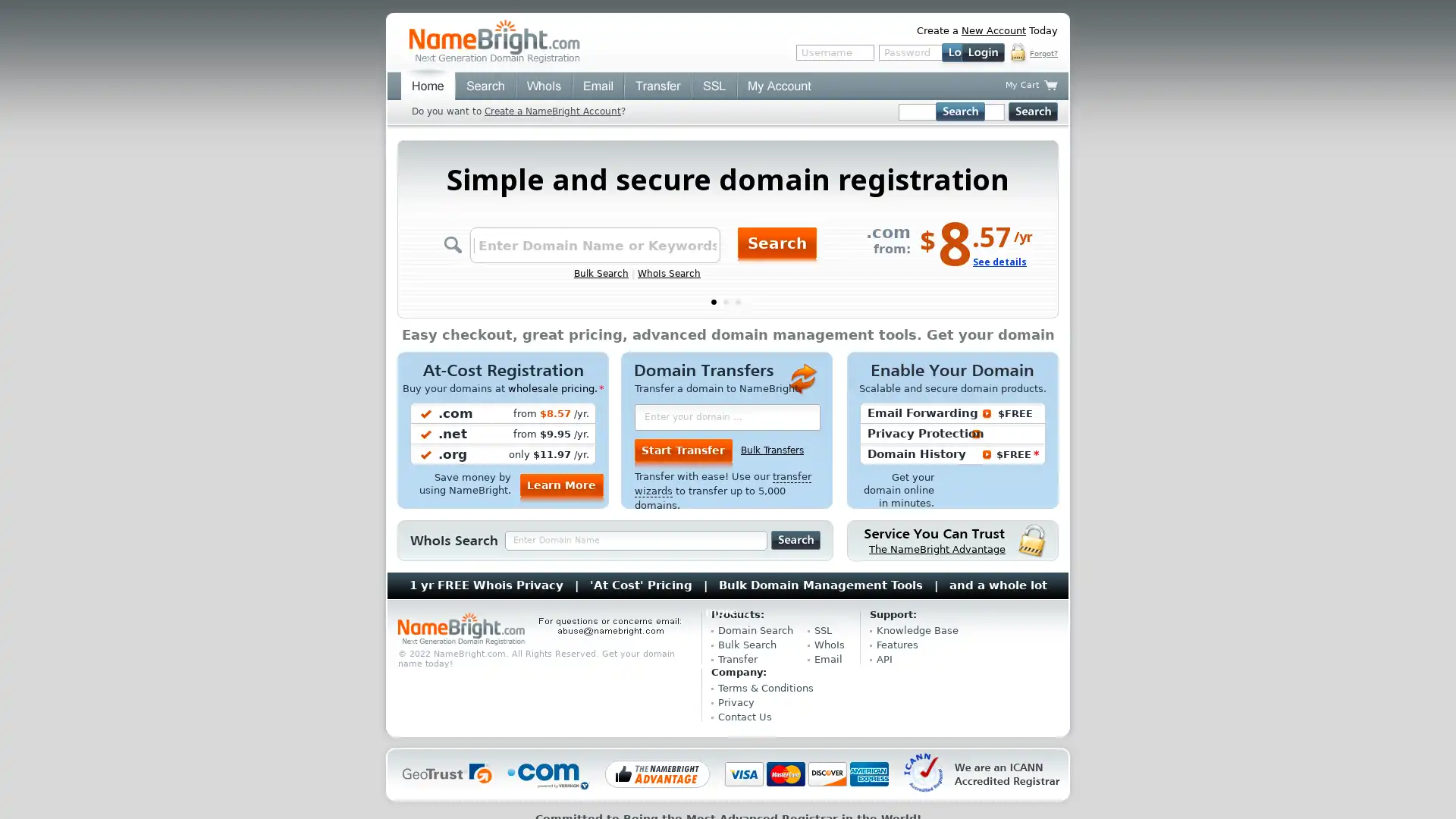 The height and width of the screenshot is (819, 1456). I want to click on Start Transfer, so click(682, 453).